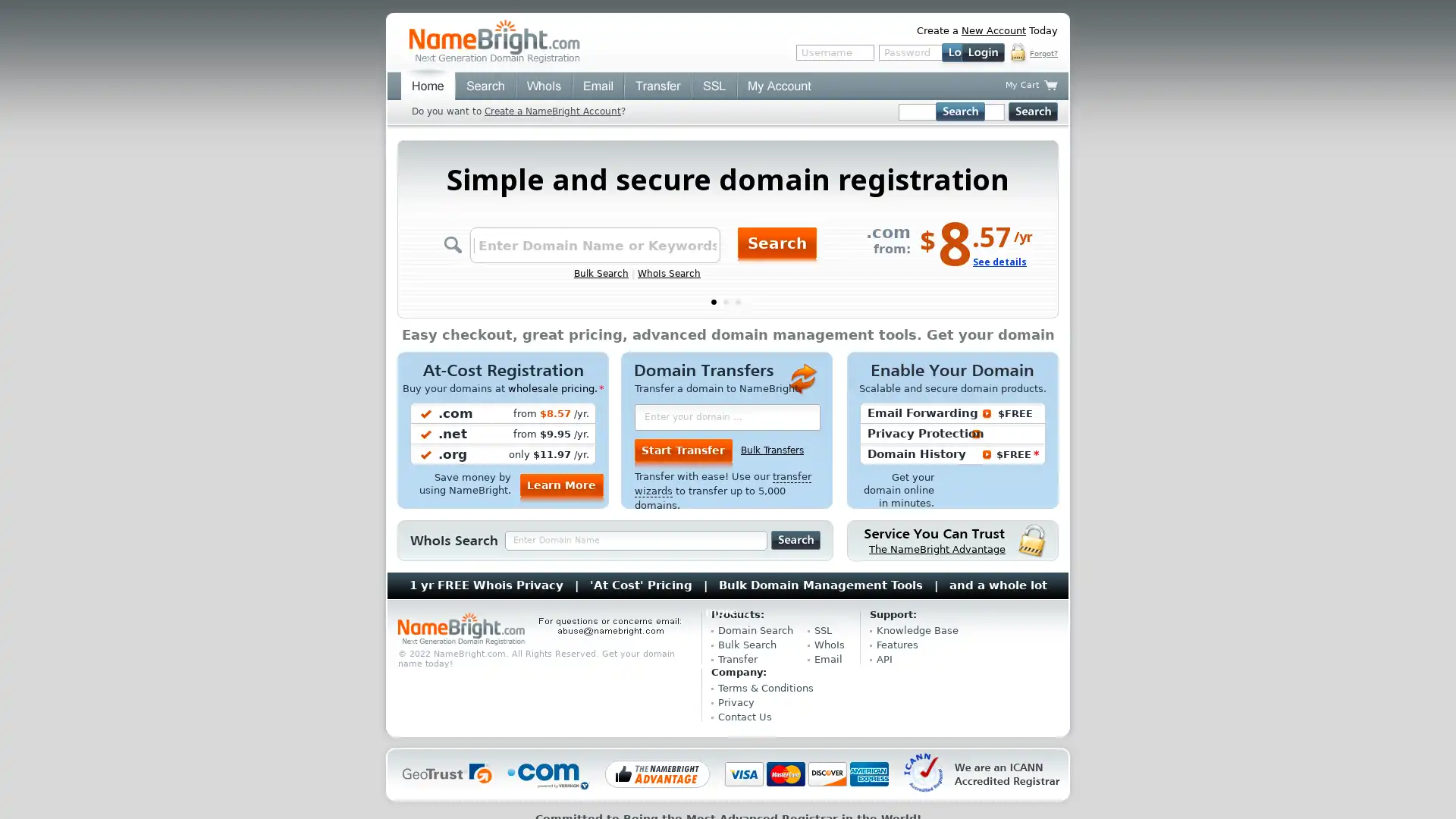 The height and width of the screenshot is (819, 1456). I want to click on Start Transfer, so click(682, 453).